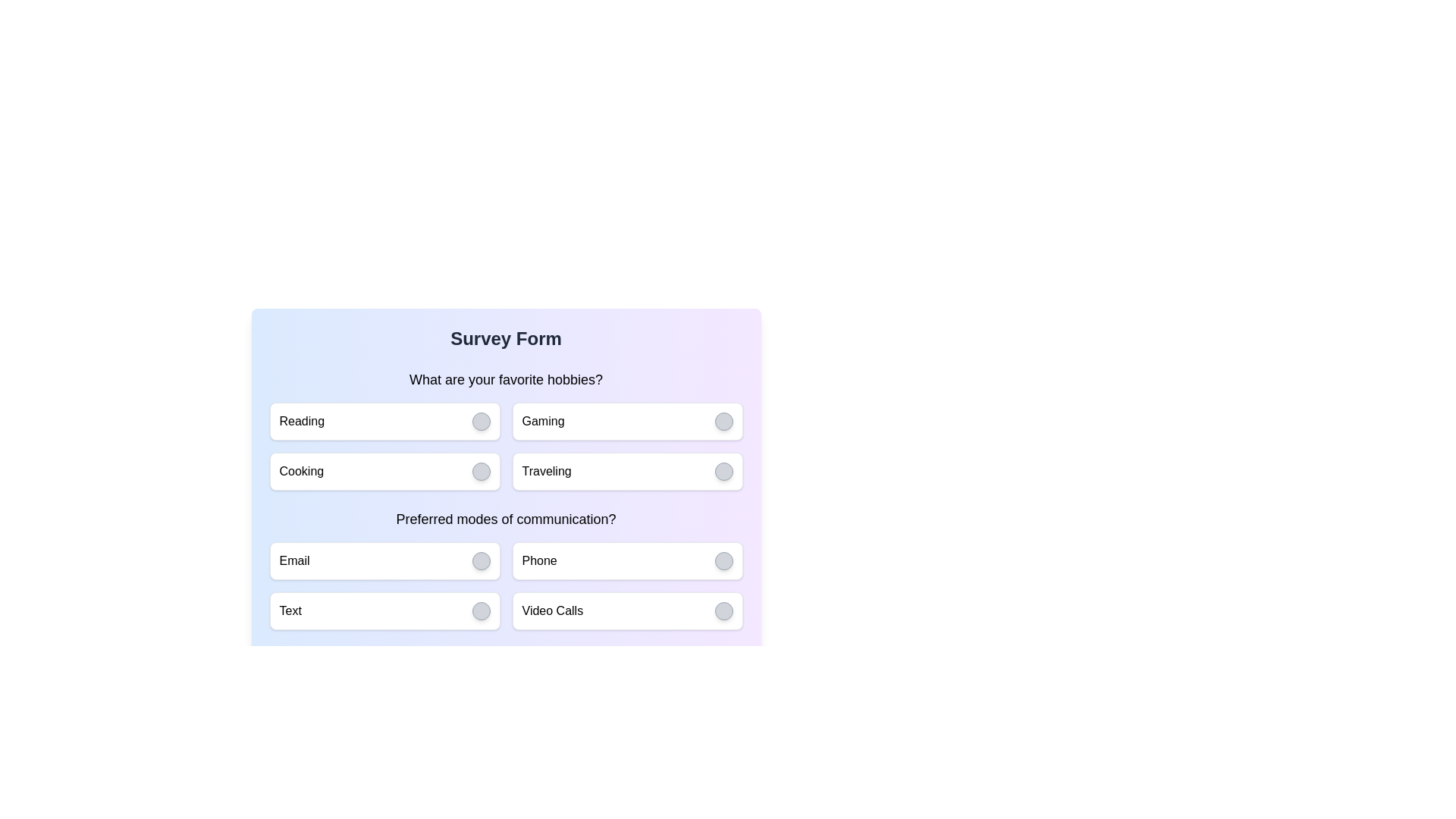 The height and width of the screenshot is (819, 1456). I want to click on the 'Traveling' selectable preference option in the second row and second column of the grid layout, so click(627, 470).